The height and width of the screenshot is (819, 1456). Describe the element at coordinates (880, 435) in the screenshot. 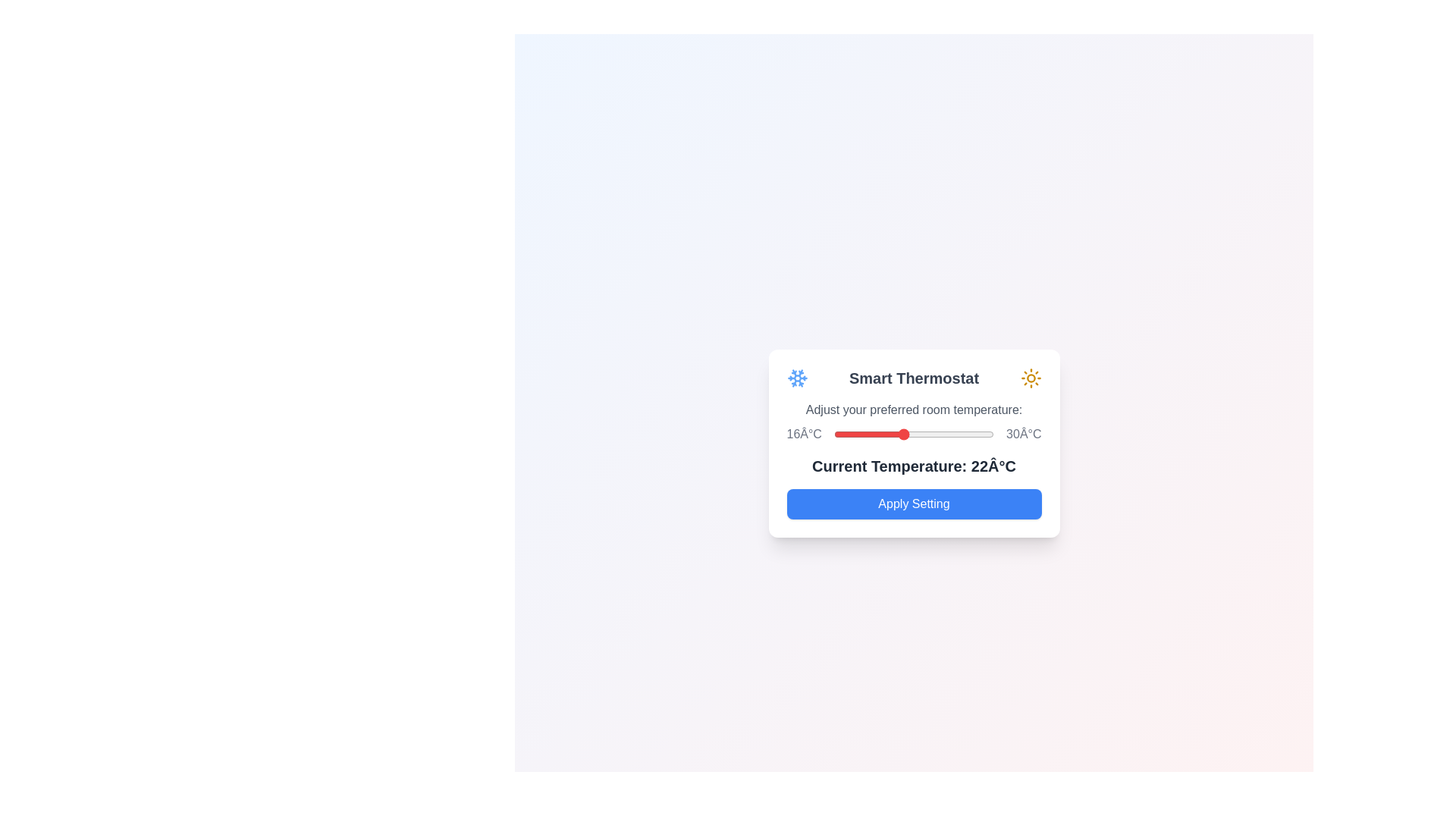

I see `the temperature slider to set the temperature to 20°C` at that location.